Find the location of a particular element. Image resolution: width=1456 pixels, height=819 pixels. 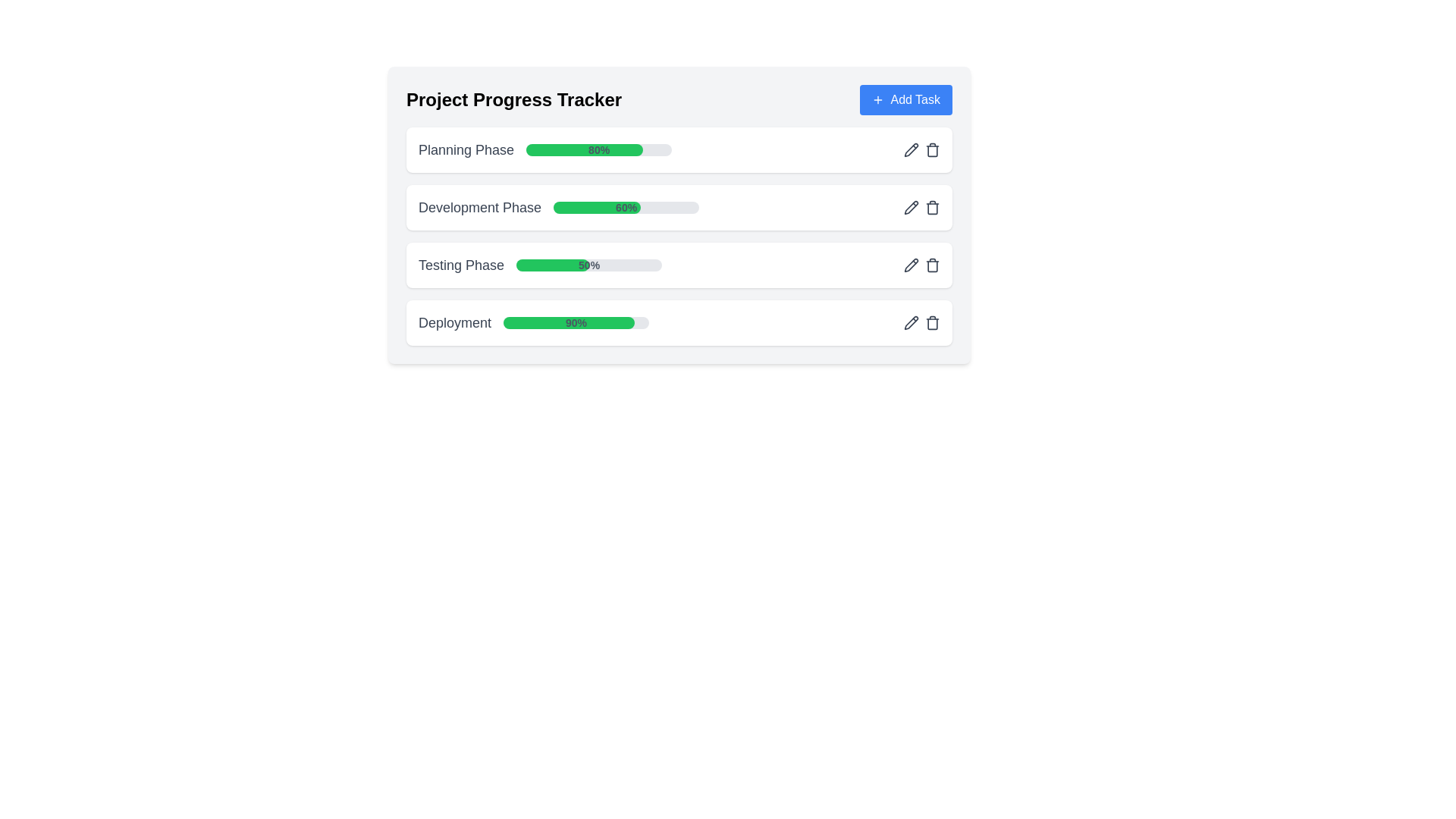

the trash can icon button on the far right of the task row is located at coordinates (931, 149).